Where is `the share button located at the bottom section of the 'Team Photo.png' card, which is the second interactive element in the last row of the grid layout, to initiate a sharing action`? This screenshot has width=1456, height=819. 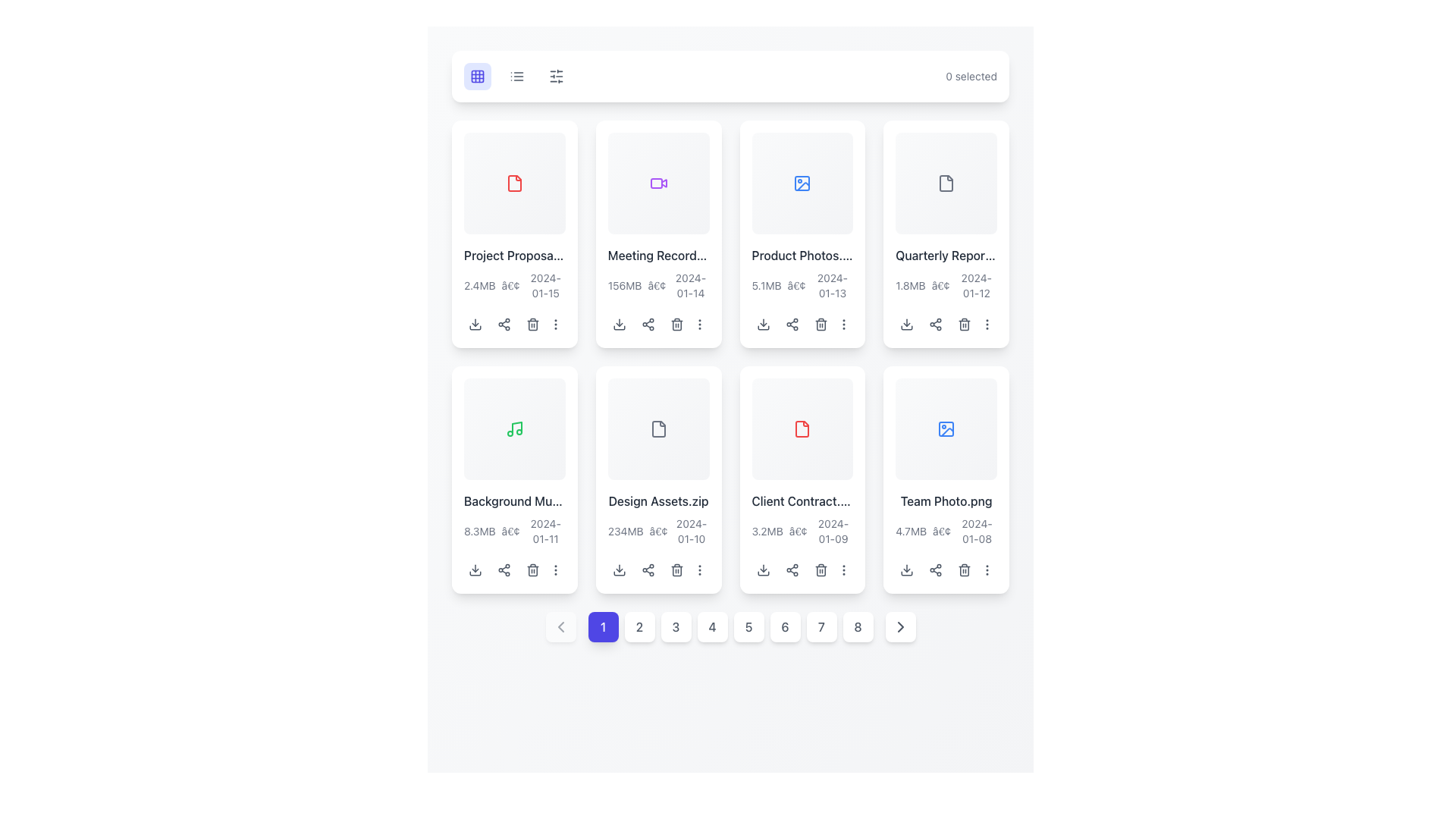
the share button located at the bottom section of the 'Team Photo.png' card, which is the second interactive element in the last row of the grid layout, to initiate a sharing action is located at coordinates (935, 570).